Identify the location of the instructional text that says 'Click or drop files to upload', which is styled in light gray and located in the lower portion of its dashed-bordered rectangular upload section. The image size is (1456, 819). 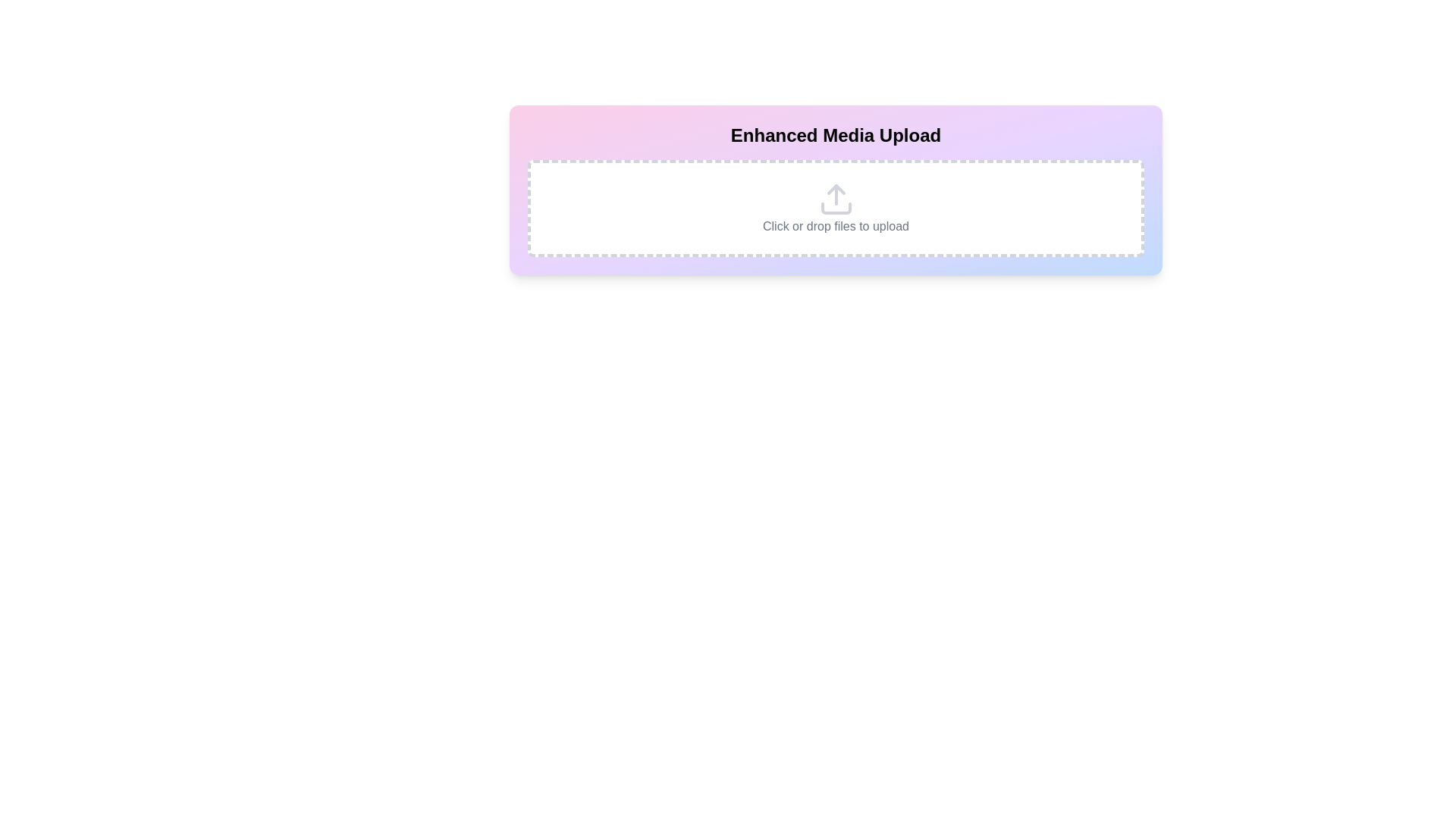
(835, 226).